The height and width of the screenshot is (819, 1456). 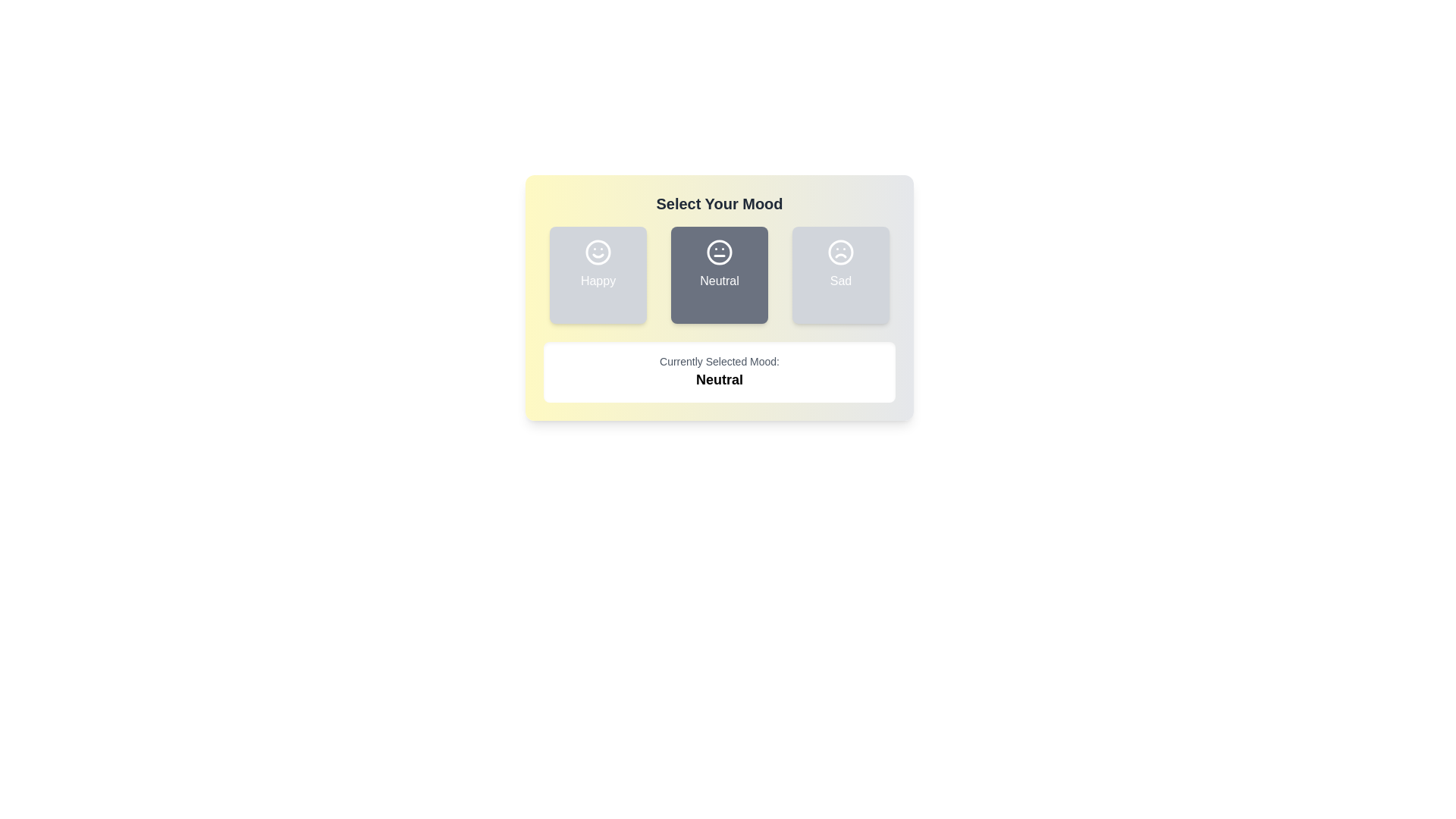 I want to click on the mood button corresponding to Happy to observe the visual change, so click(x=597, y=275).